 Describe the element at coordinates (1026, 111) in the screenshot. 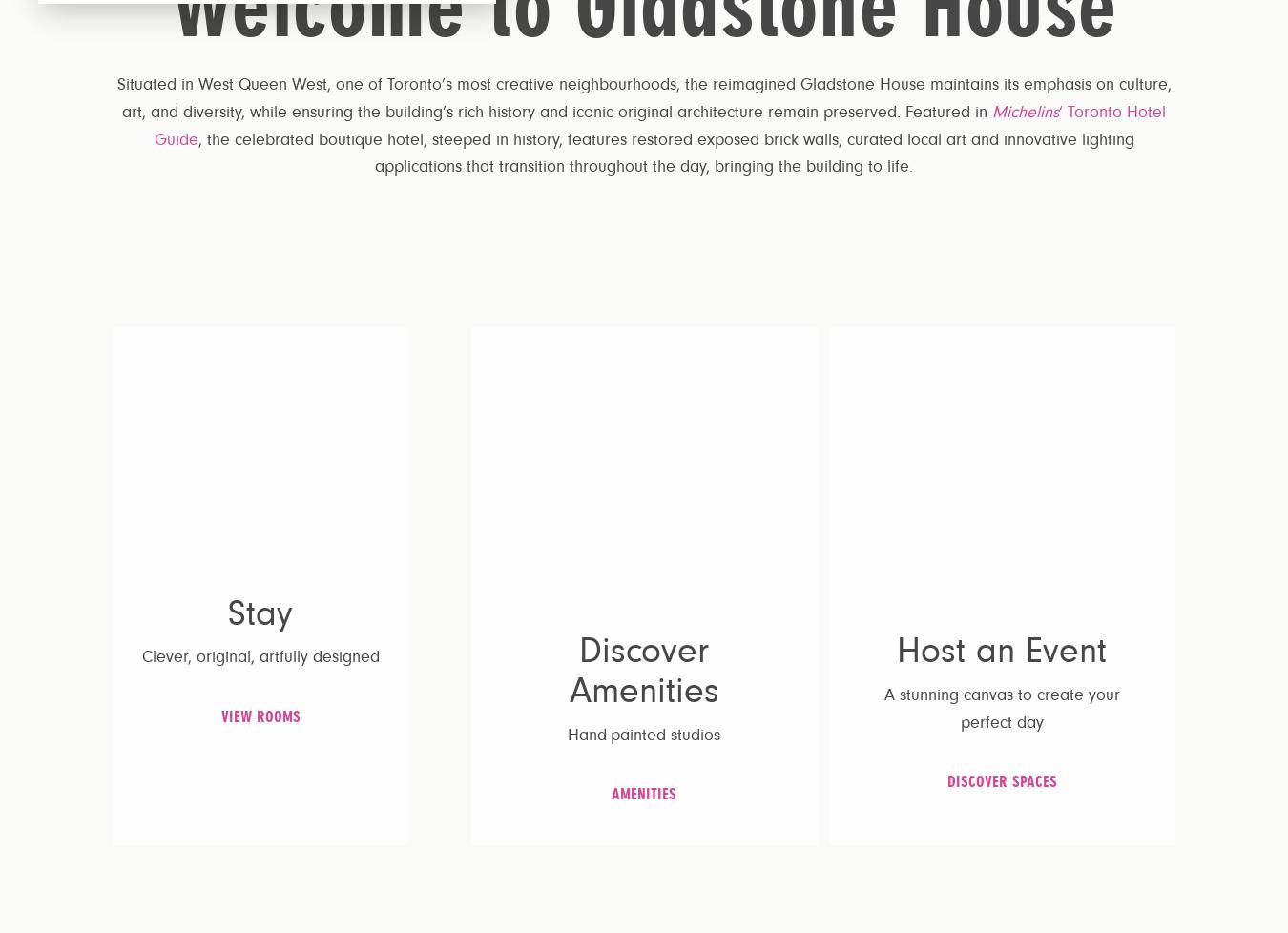

I see `'Michelins'` at that location.